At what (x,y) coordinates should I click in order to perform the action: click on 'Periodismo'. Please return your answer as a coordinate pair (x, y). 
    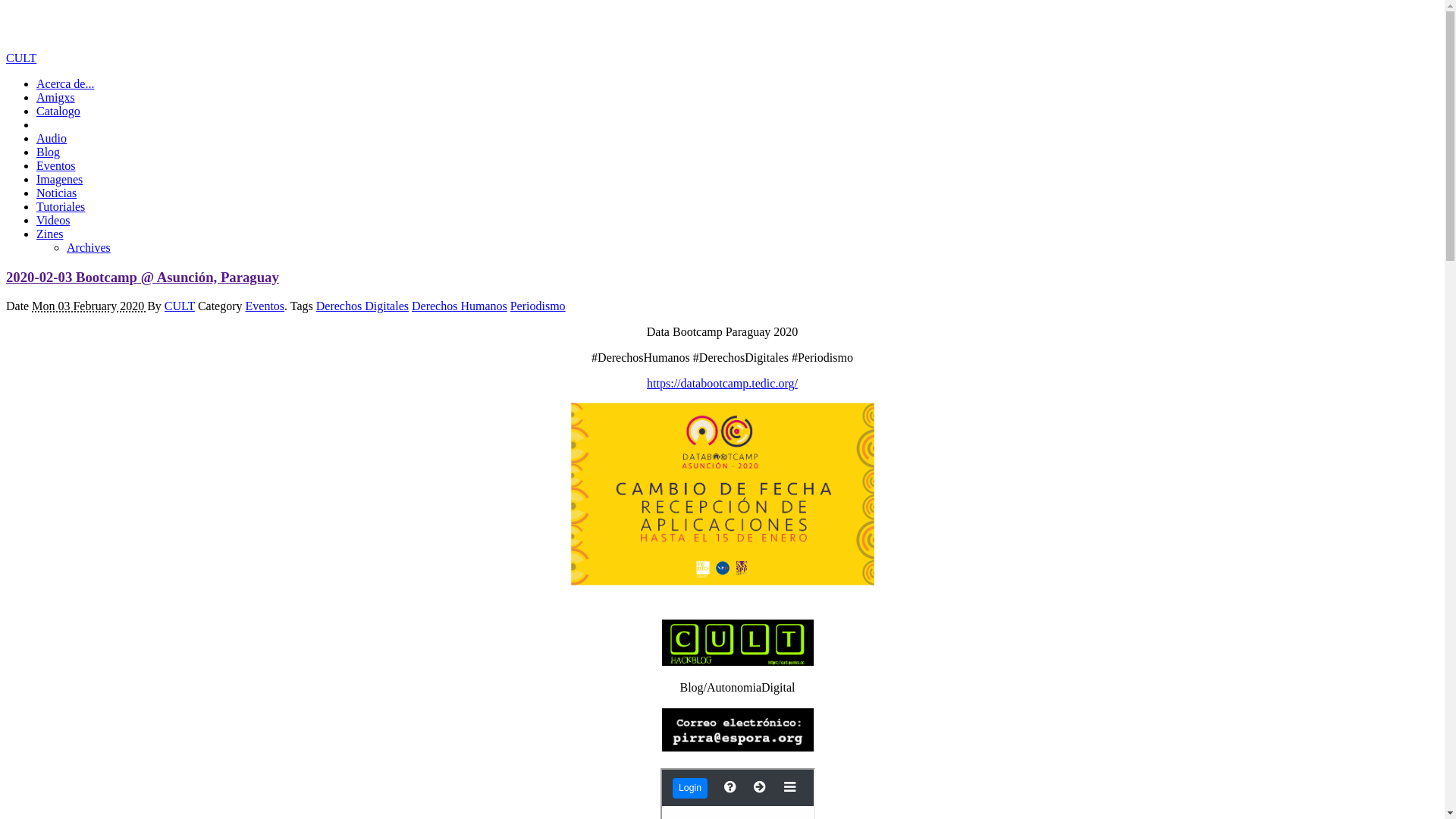
    Looking at the image, I should click on (538, 306).